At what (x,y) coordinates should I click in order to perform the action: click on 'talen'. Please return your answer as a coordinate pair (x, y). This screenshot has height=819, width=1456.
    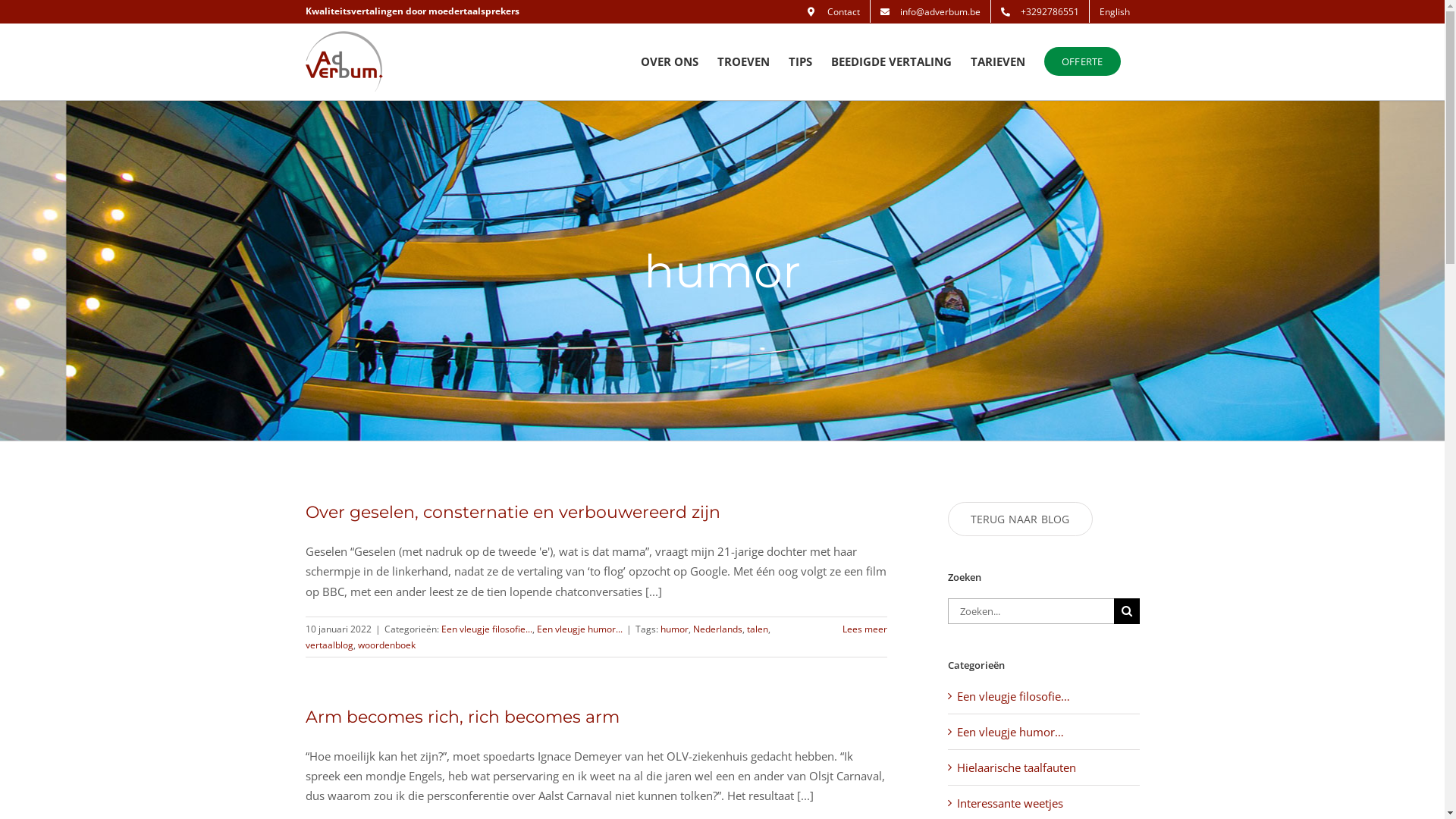
    Looking at the image, I should click on (757, 629).